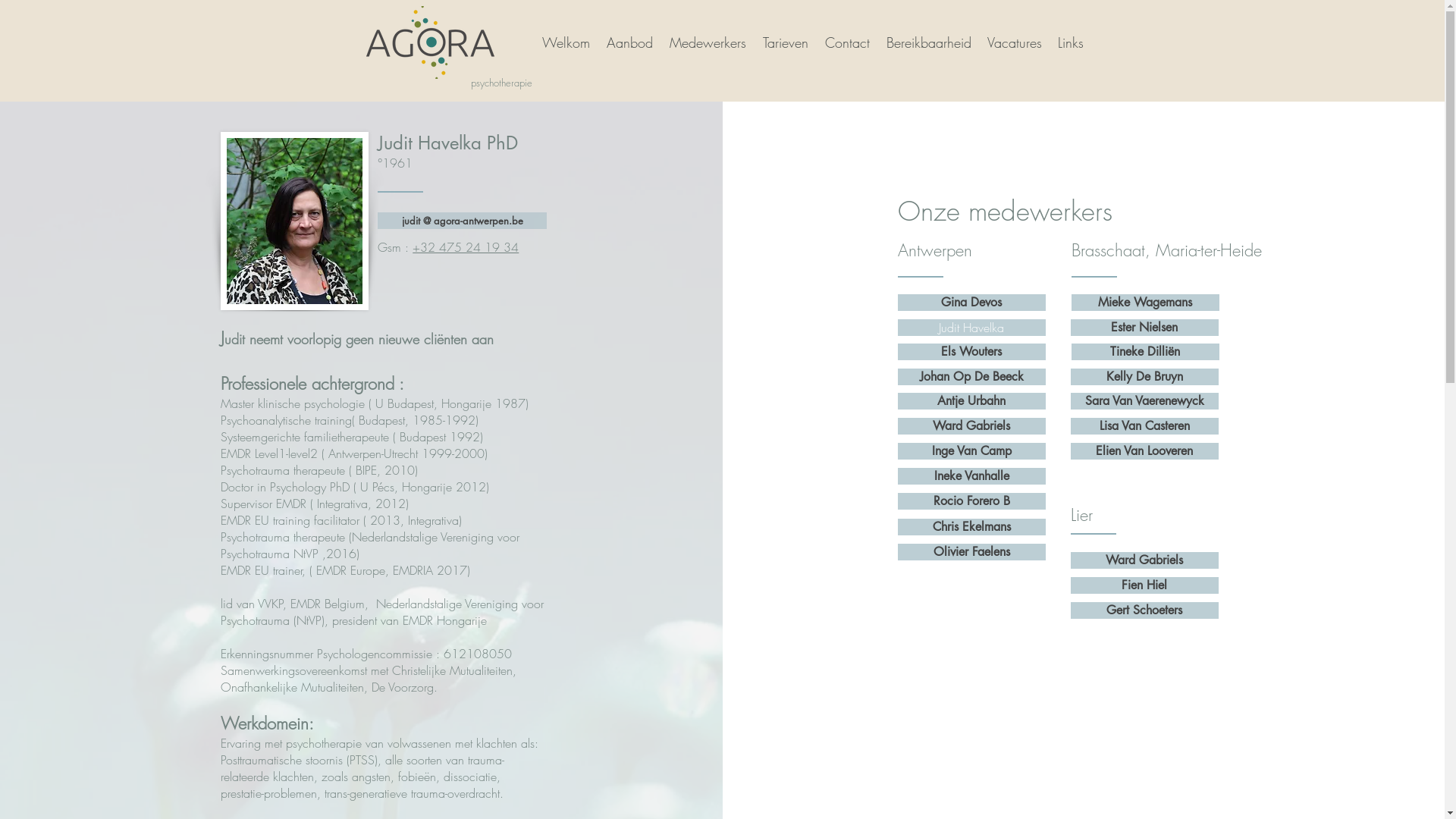 The image size is (1456, 819). What do you see at coordinates (532, 42) in the screenshot?
I see `'Welkom'` at bounding box center [532, 42].